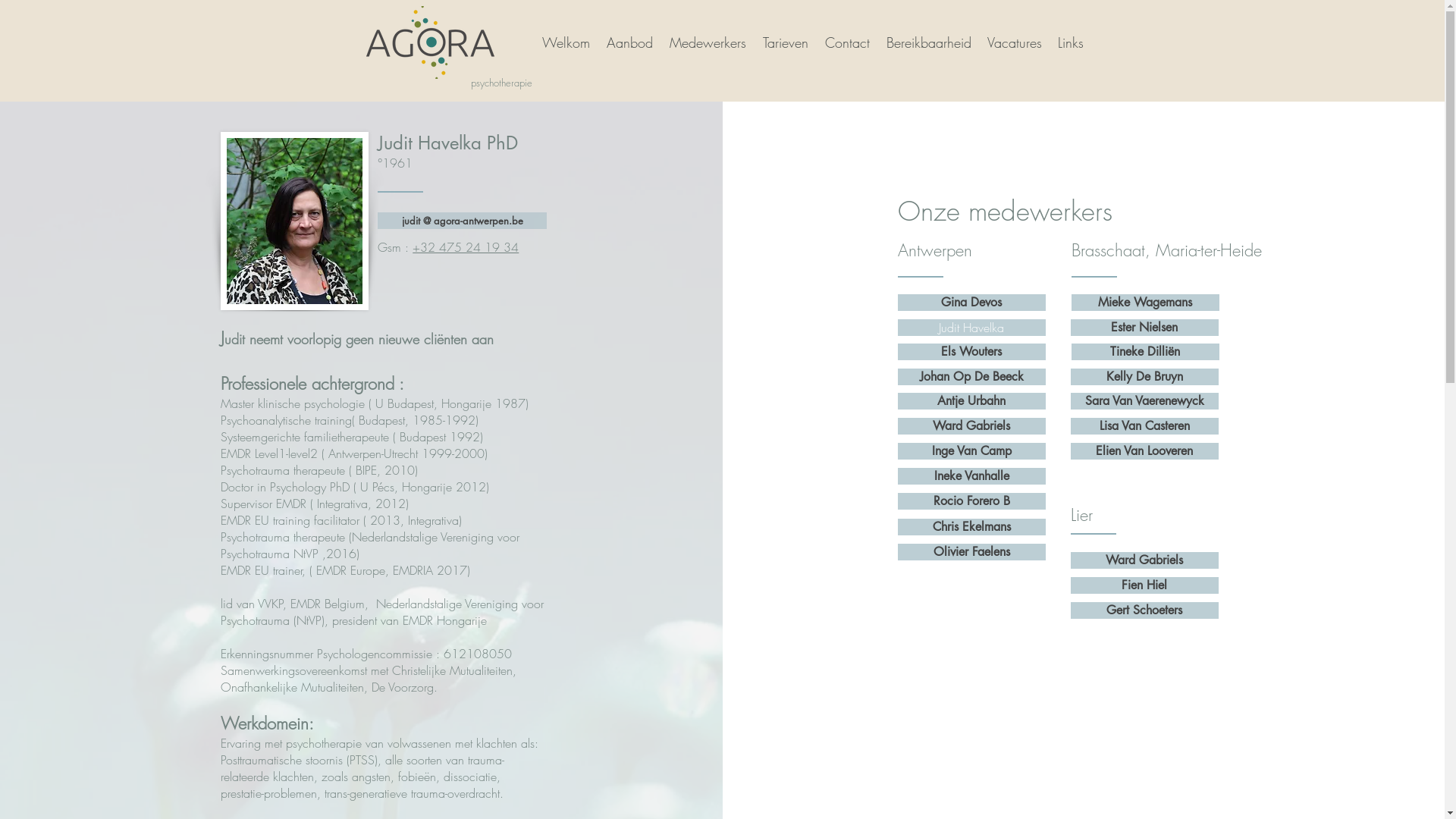 The image size is (1456, 819). What do you see at coordinates (532, 42) in the screenshot?
I see `'Welkom'` at bounding box center [532, 42].